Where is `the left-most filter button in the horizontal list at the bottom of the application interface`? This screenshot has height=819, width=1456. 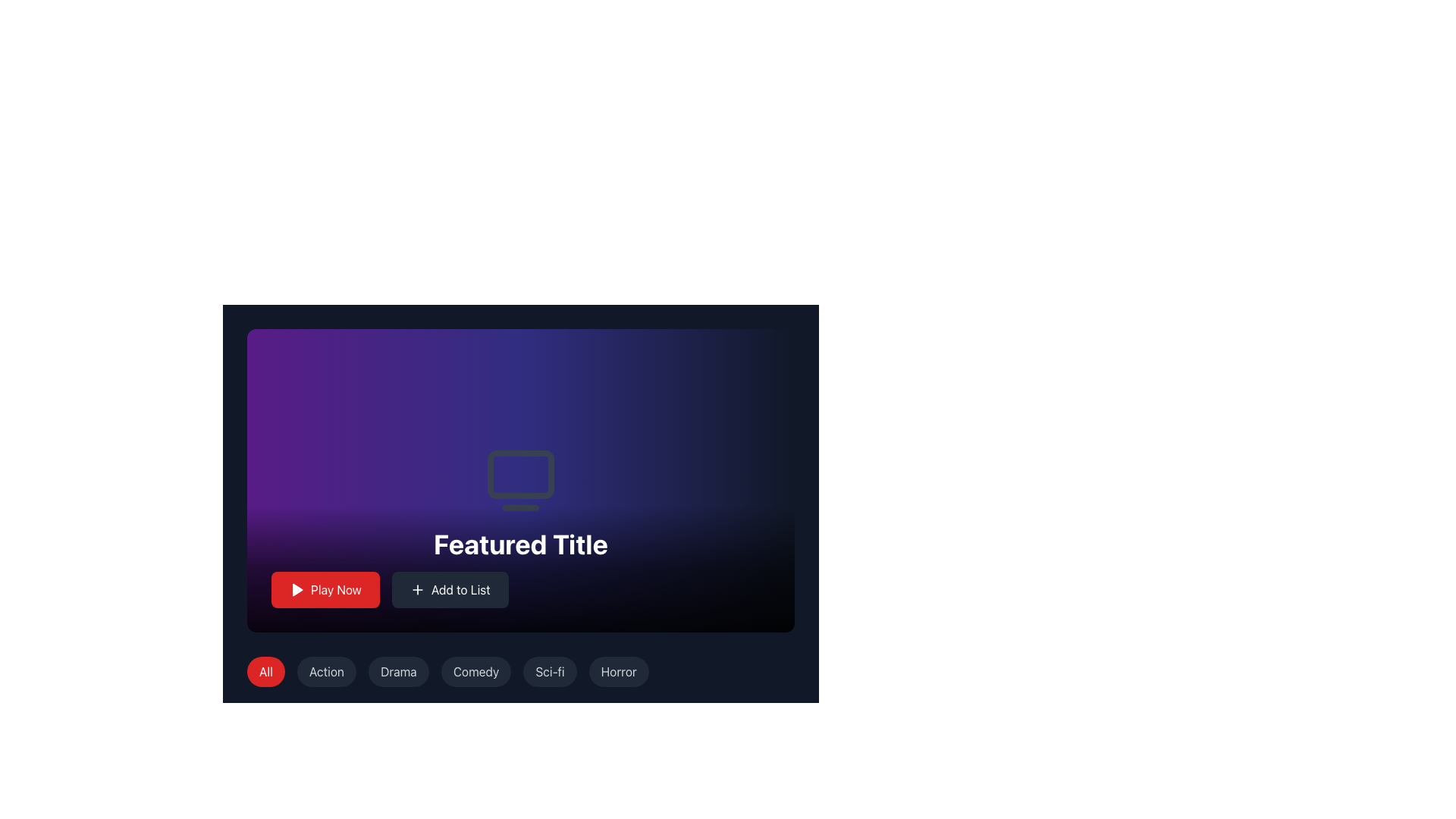 the left-most filter button in the horizontal list at the bottom of the application interface is located at coordinates (265, 671).